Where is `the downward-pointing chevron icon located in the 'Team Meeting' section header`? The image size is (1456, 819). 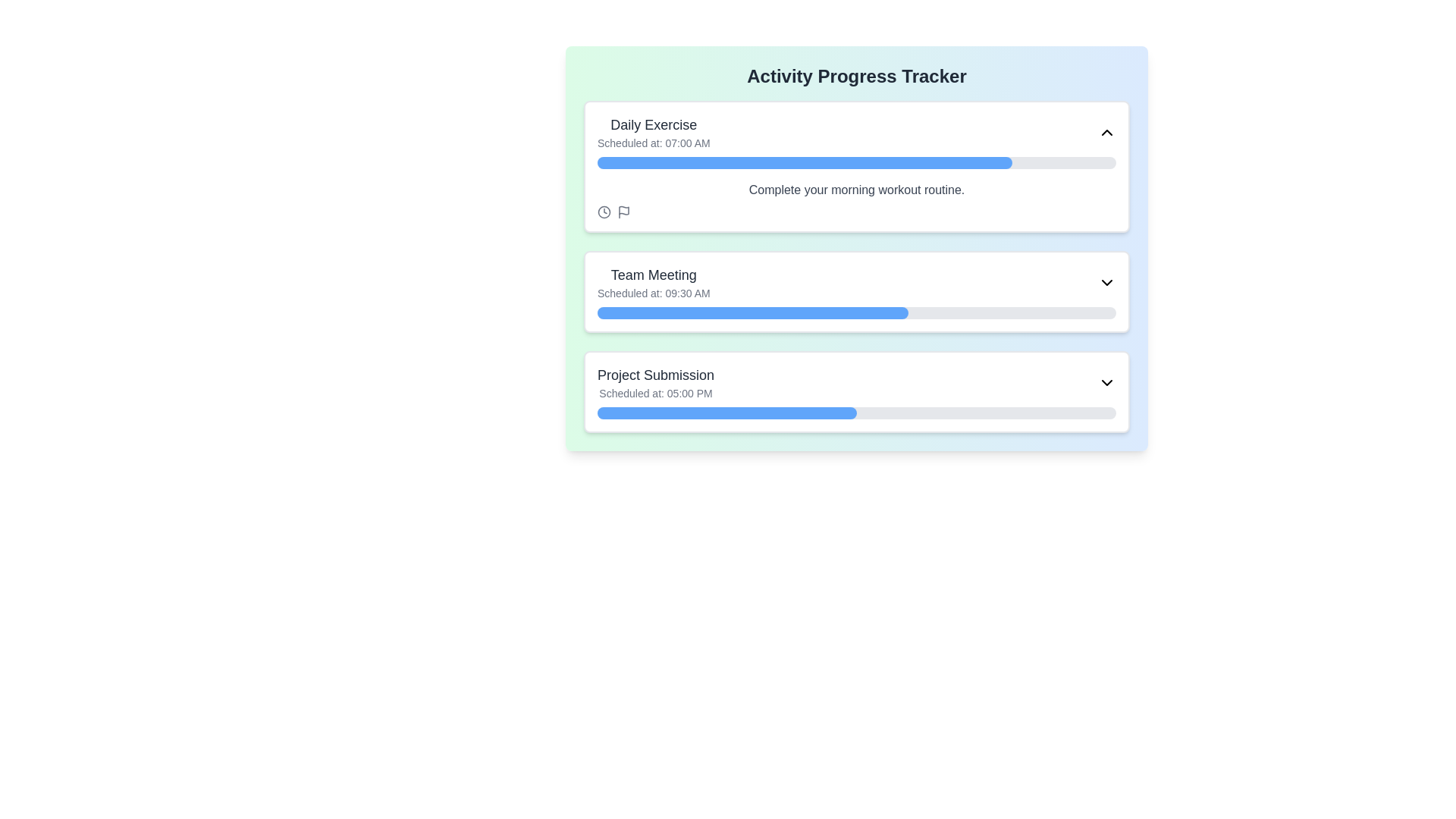 the downward-pointing chevron icon located in the 'Team Meeting' section header is located at coordinates (1106, 283).